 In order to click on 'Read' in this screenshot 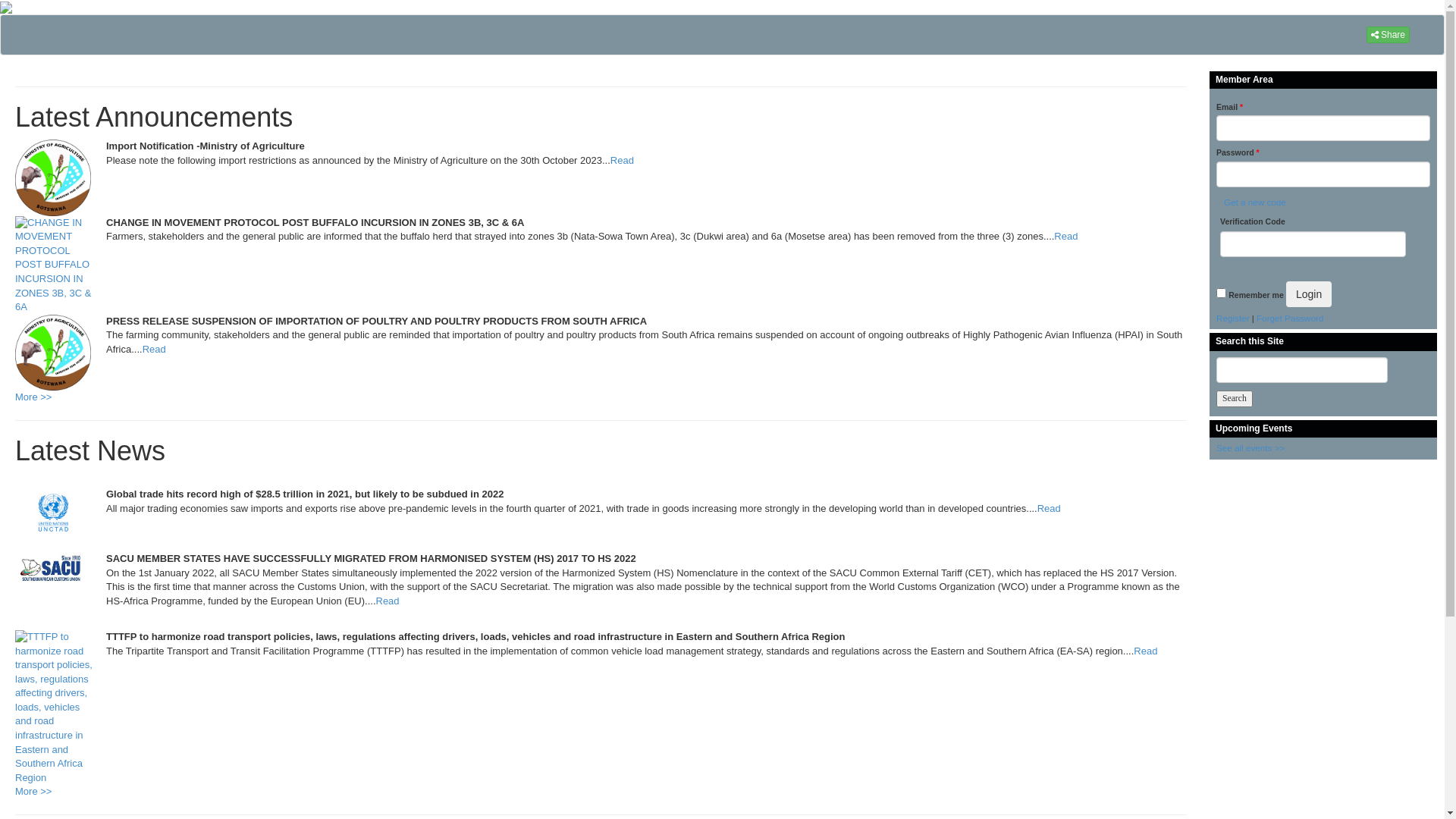, I will do `click(142, 349)`.